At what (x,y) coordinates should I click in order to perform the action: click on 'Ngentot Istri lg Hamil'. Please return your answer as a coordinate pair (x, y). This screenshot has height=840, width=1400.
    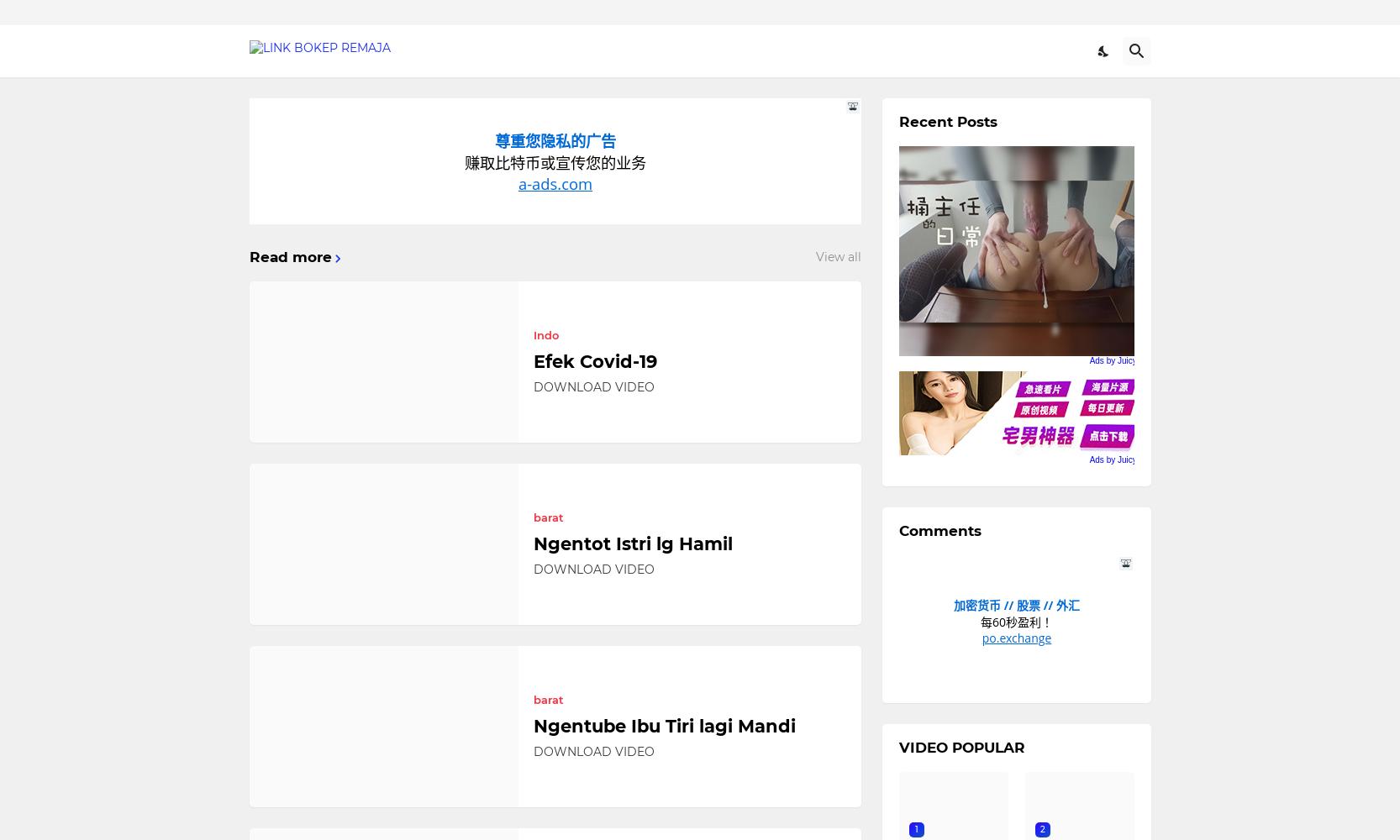
    Looking at the image, I should click on (632, 543).